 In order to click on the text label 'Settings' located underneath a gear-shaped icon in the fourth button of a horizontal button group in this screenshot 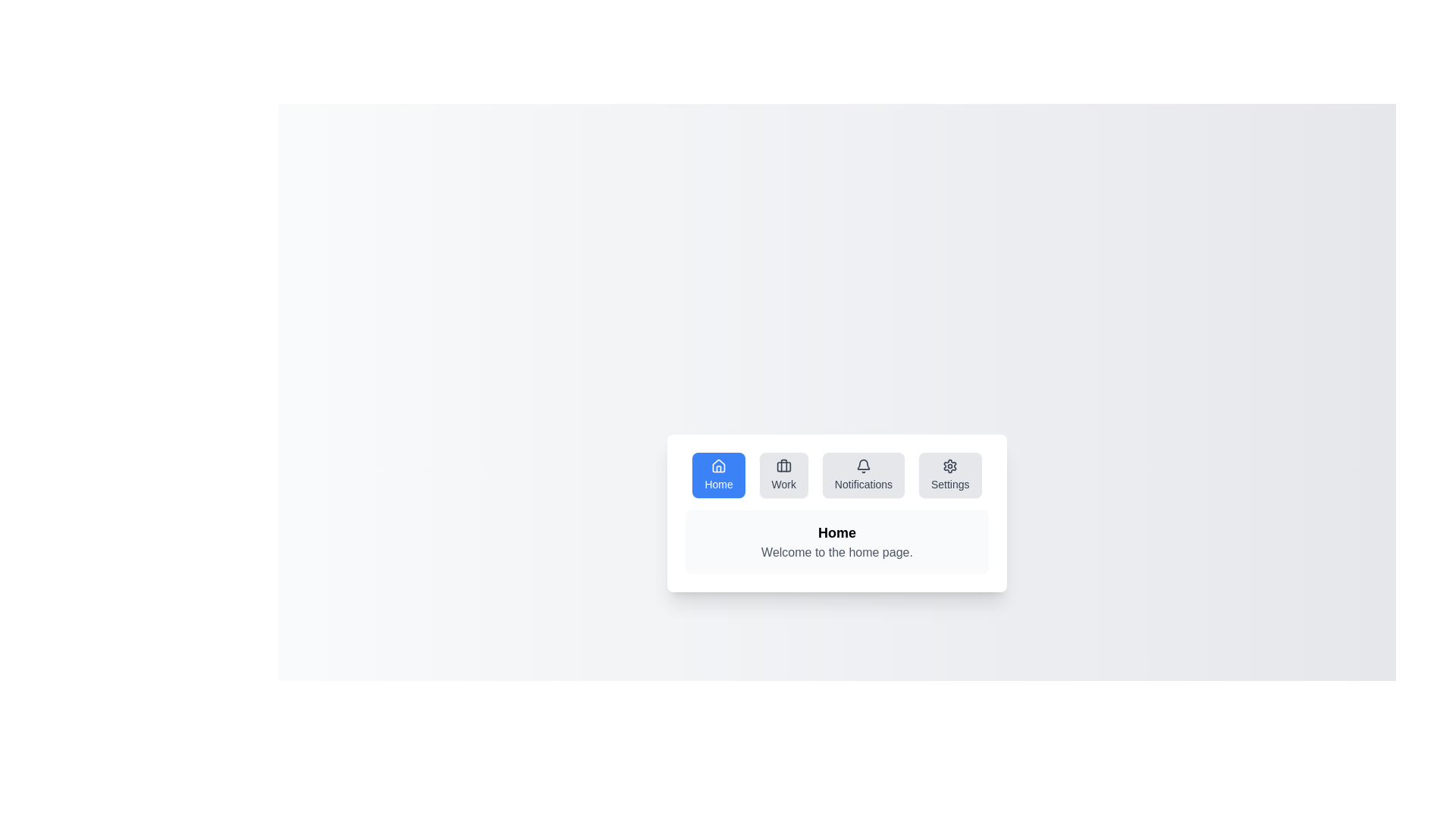, I will do `click(949, 485)`.